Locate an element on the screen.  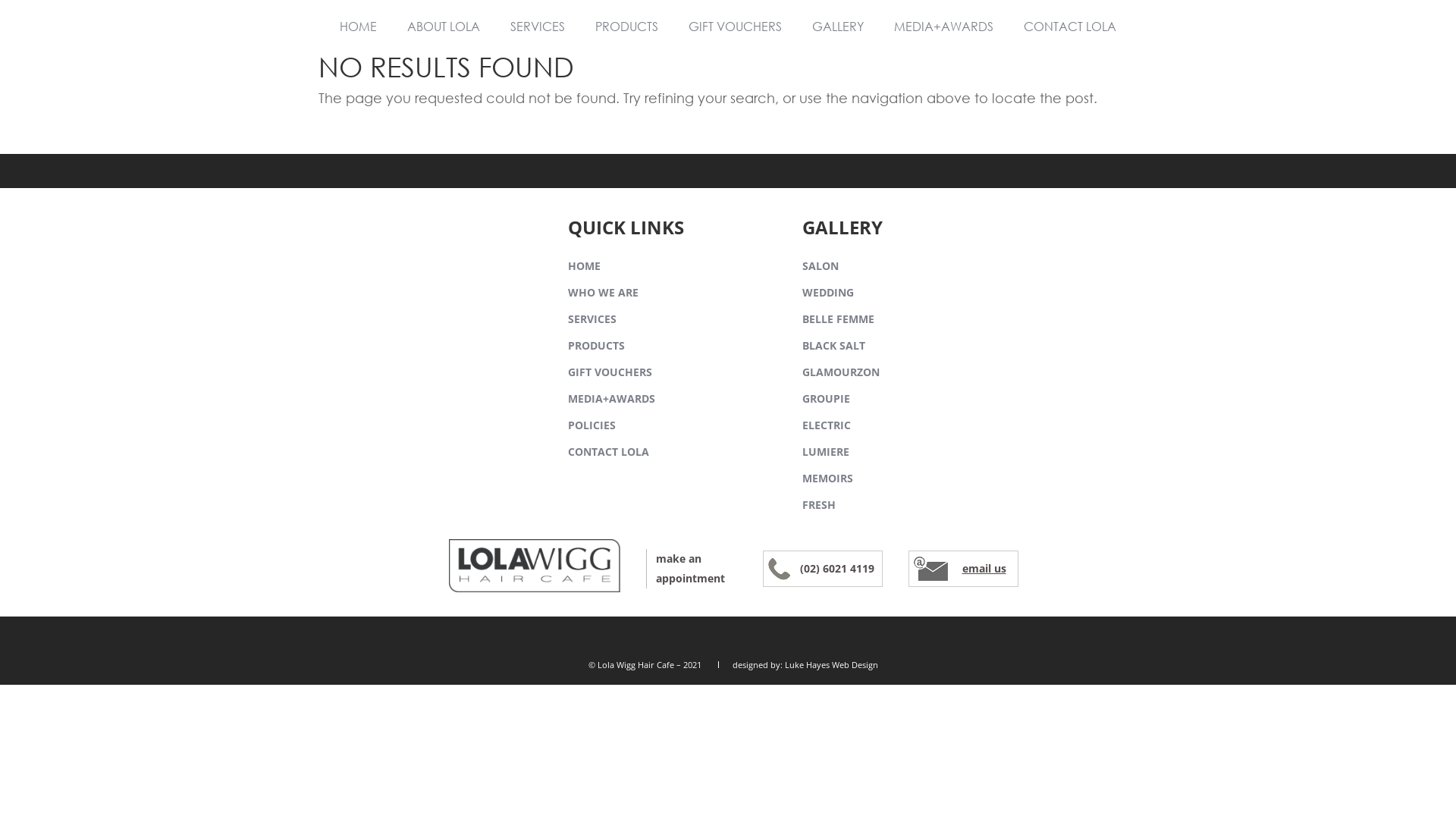
'HOME' is located at coordinates (357, 26).